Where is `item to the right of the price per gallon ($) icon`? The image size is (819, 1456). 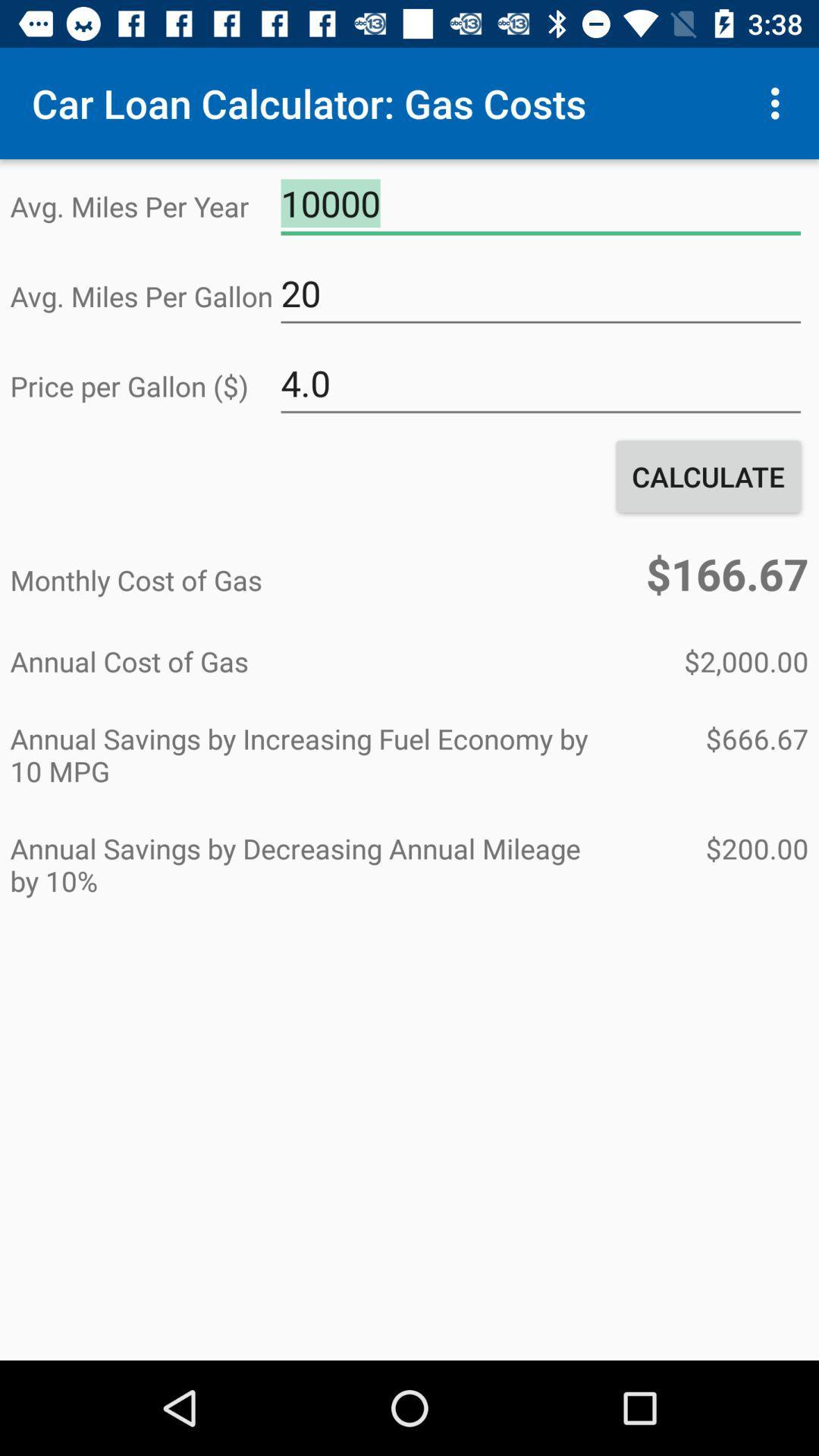 item to the right of the price per gallon ($) icon is located at coordinates (540, 384).